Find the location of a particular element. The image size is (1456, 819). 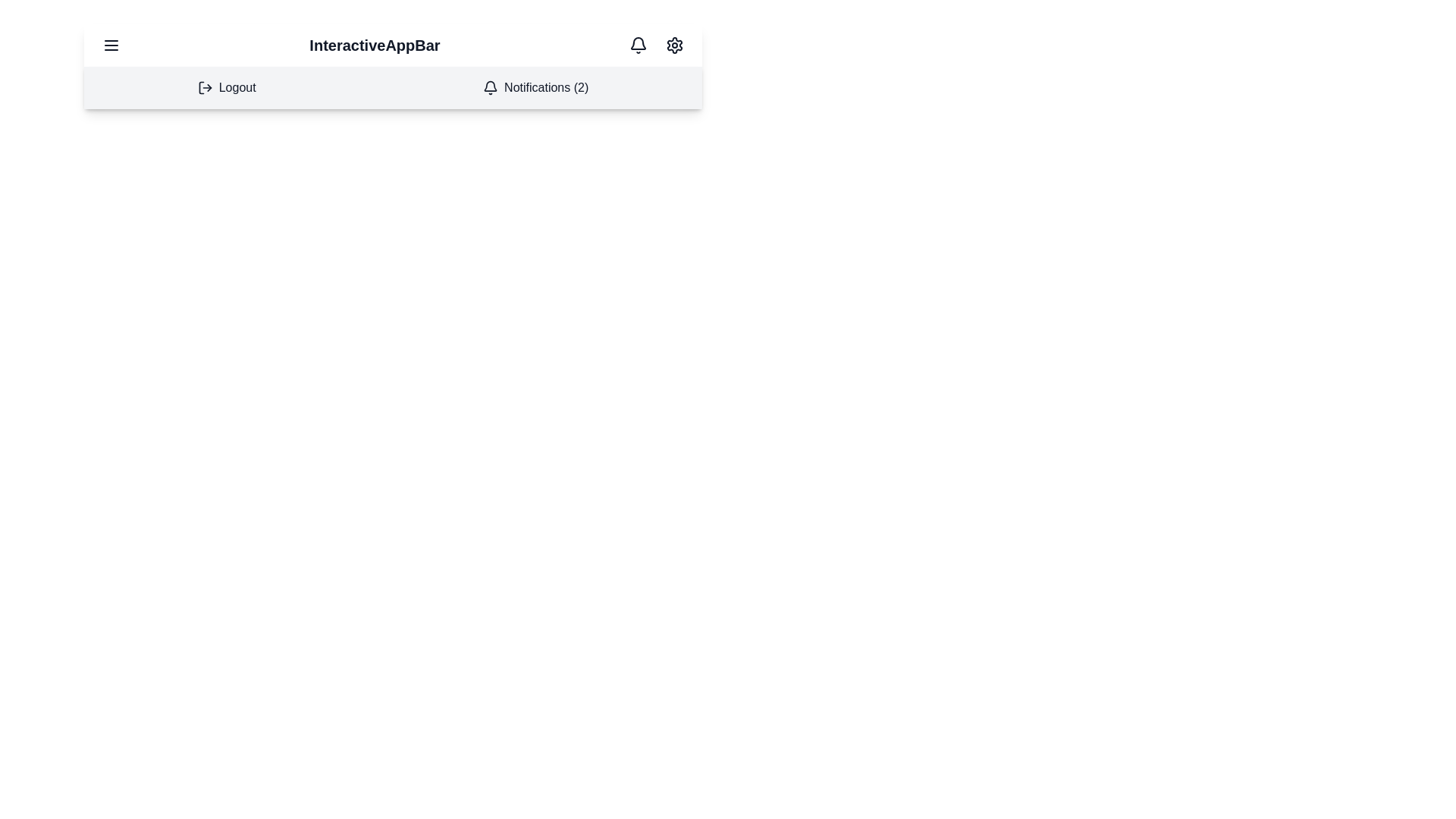

the empty space in the app bar to open the context menu is located at coordinates (582, 45).